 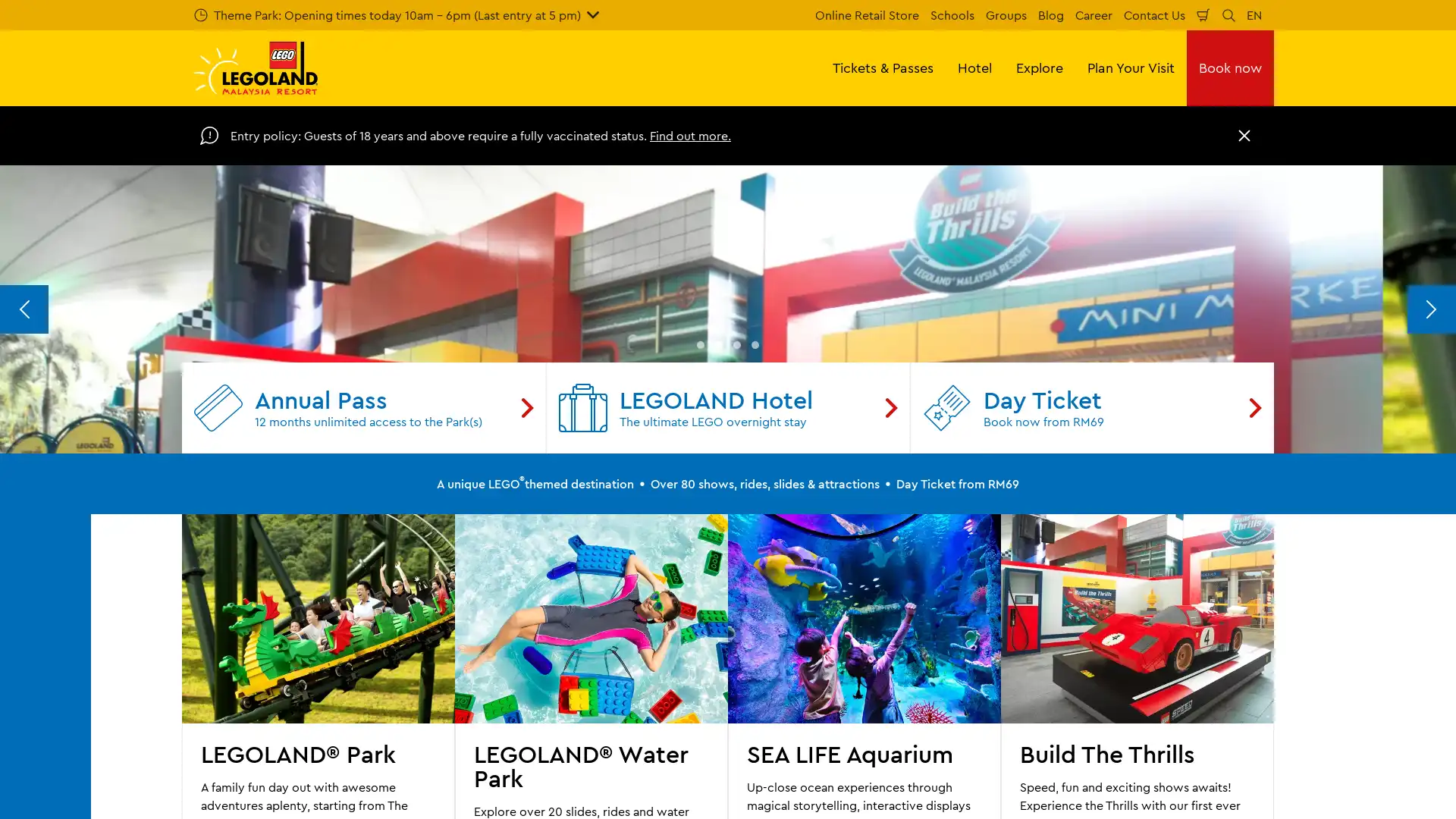 What do you see at coordinates (974, 67) in the screenshot?
I see `Hotel` at bounding box center [974, 67].